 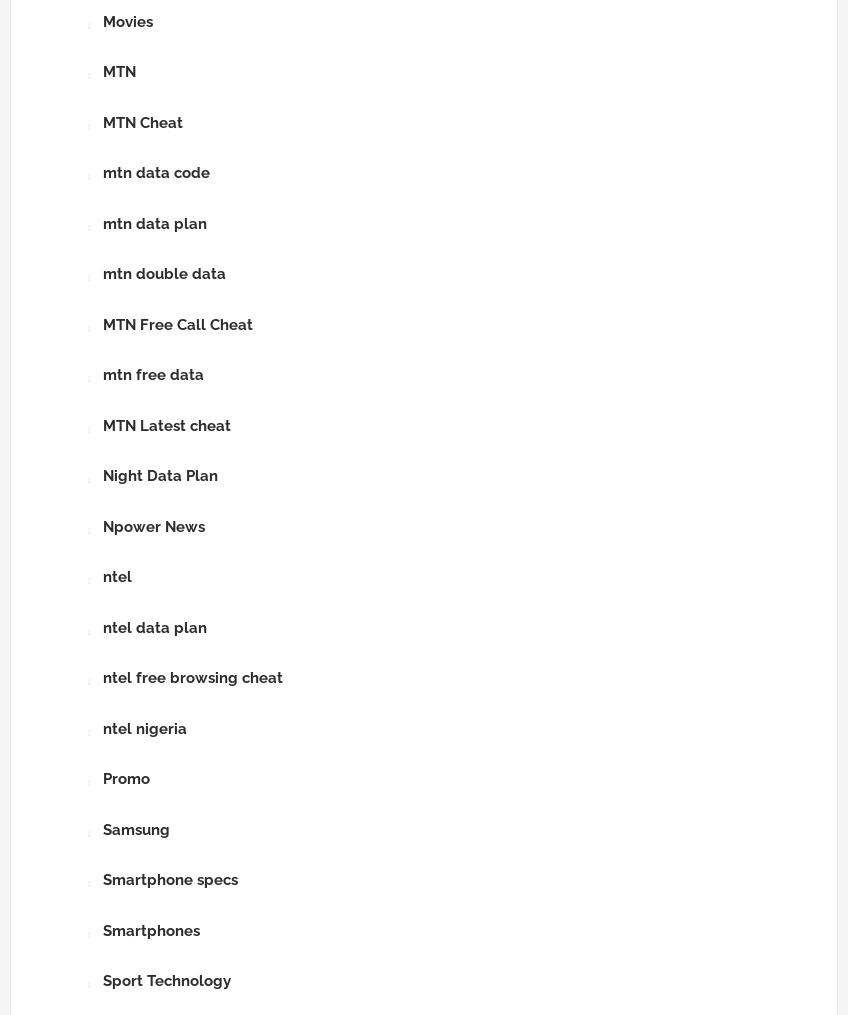 What do you see at coordinates (177, 322) in the screenshot?
I see `'MTN Free Call Cheat'` at bounding box center [177, 322].